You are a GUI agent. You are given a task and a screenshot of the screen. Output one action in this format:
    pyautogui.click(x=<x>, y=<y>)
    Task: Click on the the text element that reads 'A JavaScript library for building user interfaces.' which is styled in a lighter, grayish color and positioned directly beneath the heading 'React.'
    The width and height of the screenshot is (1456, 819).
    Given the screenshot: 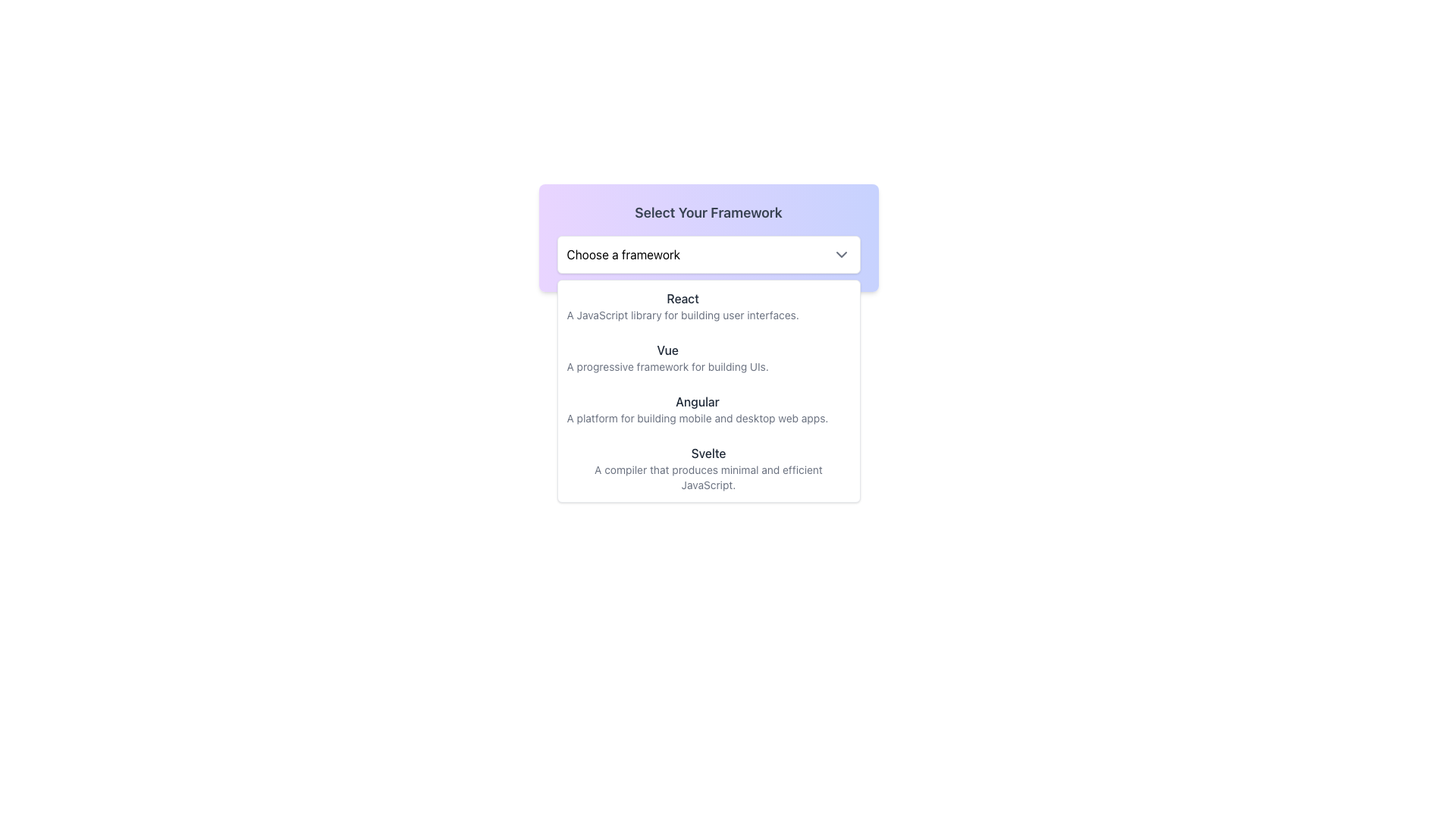 What is the action you would take?
    pyautogui.click(x=682, y=315)
    